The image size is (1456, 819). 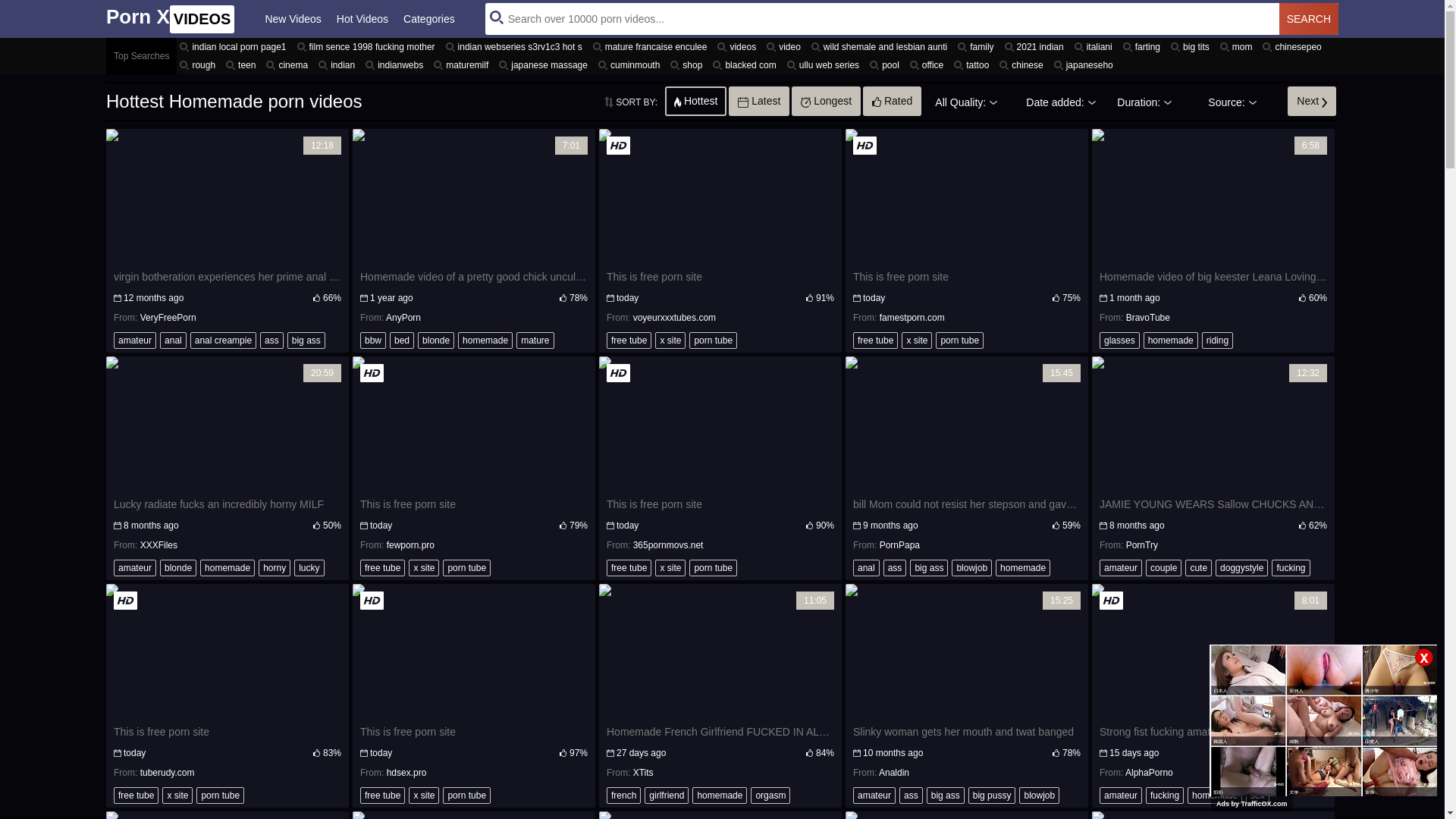 What do you see at coordinates (1310, 100) in the screenshot?
I see `'Next'` at bounding box center [1310, 100].